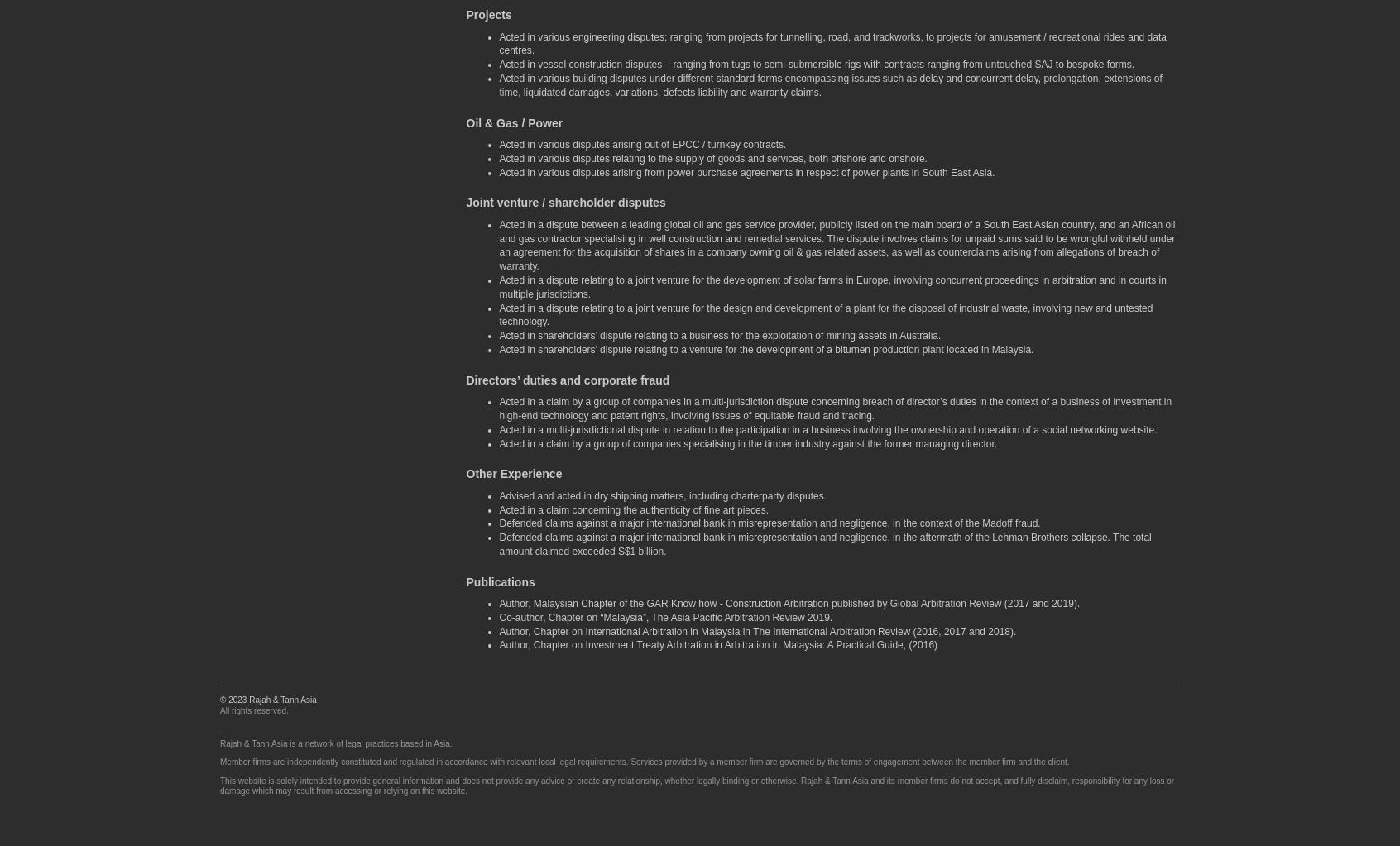  What do you see at coordinates (829, 85) in the screenshot?
I see `'Acted in various building disputes under different standard forms encompassing issues such as delay and concurrent delay, prolongation, extensions of time, liquidated damages, variations, defects liability and warranty claims.'` at bounding box center [829, 85].